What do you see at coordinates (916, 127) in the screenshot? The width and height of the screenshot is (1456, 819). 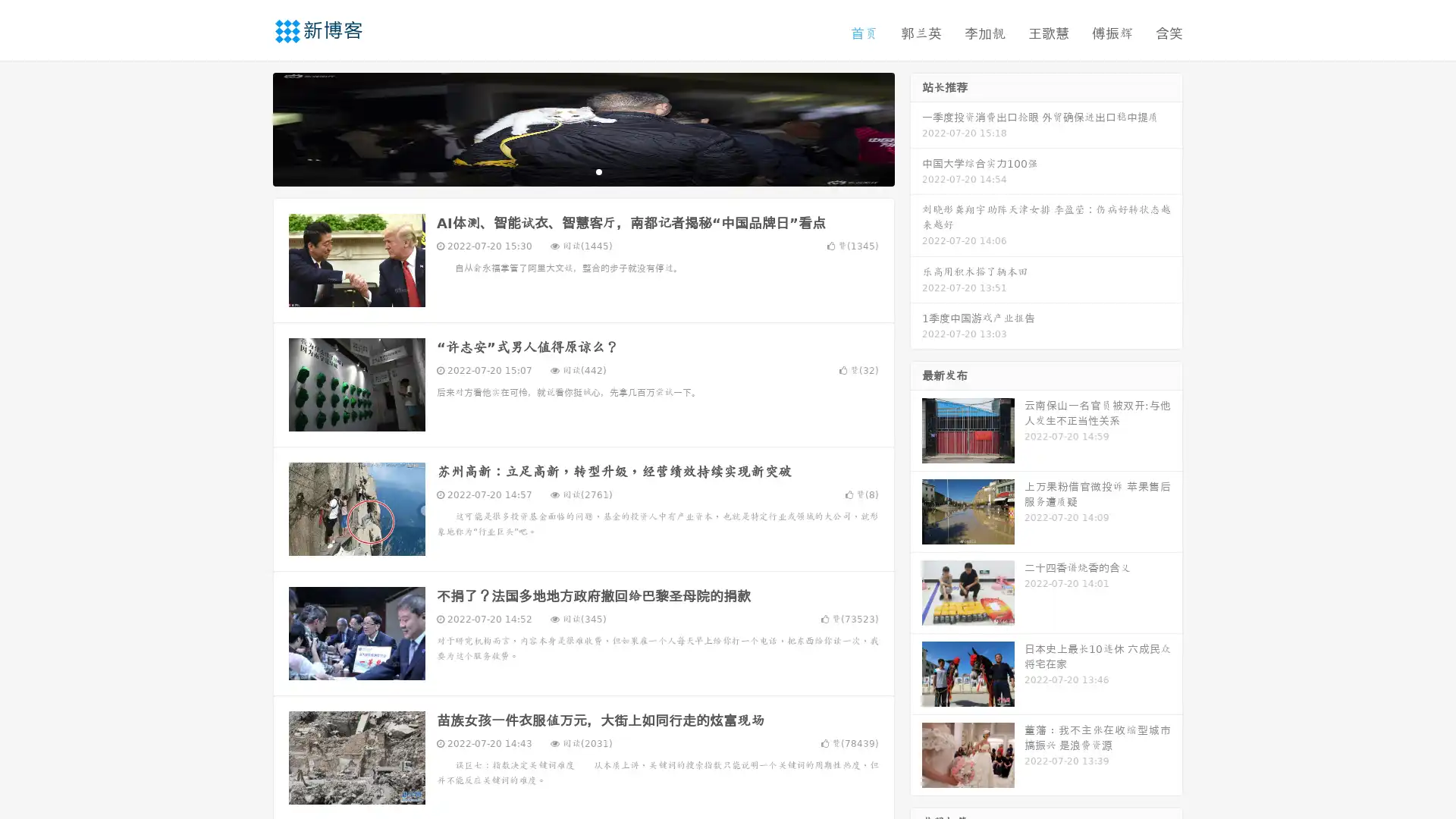 I see `Next slide` at bounding box center [916, 127].